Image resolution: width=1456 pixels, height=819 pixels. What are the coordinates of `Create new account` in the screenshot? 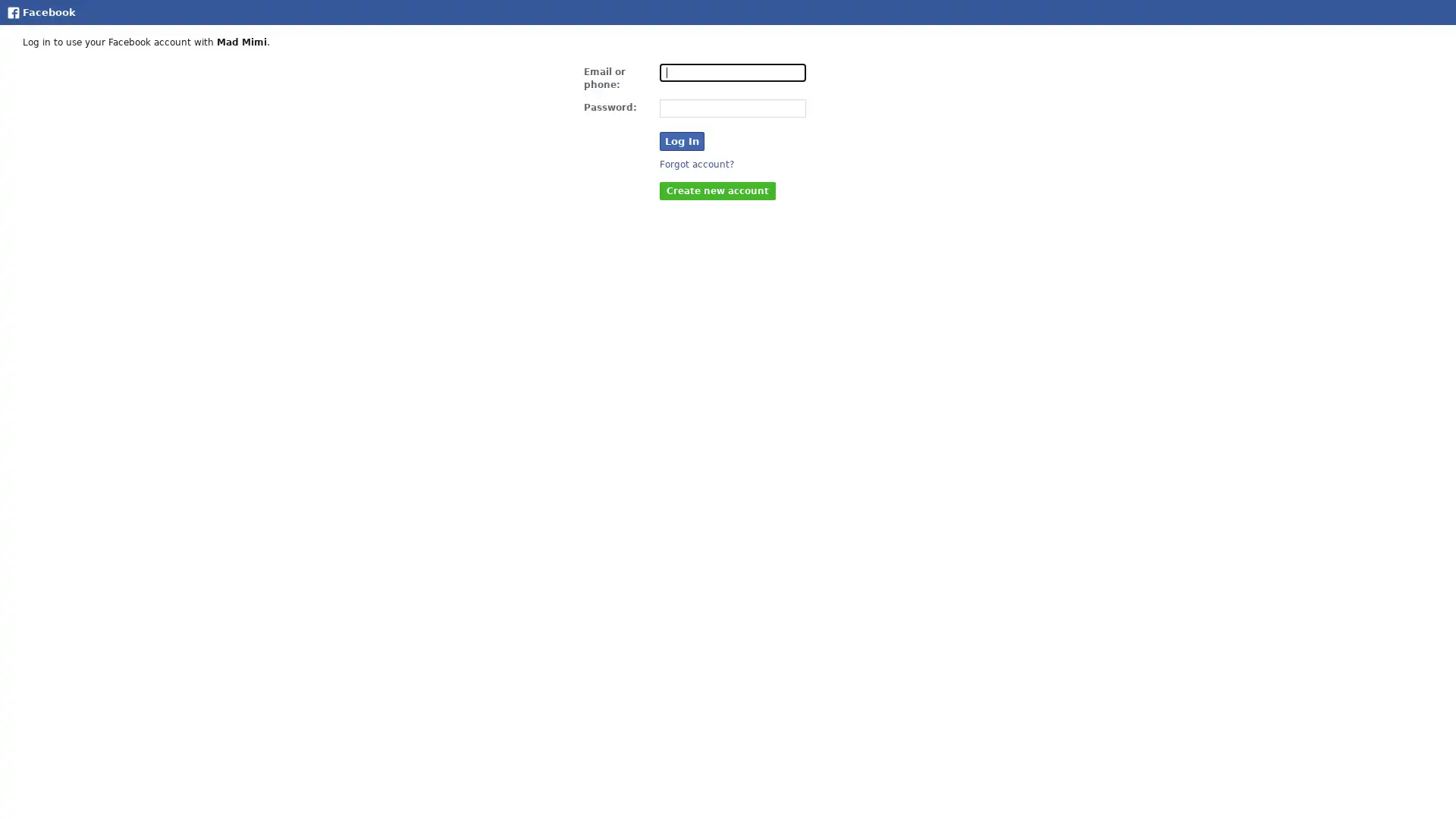 It's located at (717, 189).